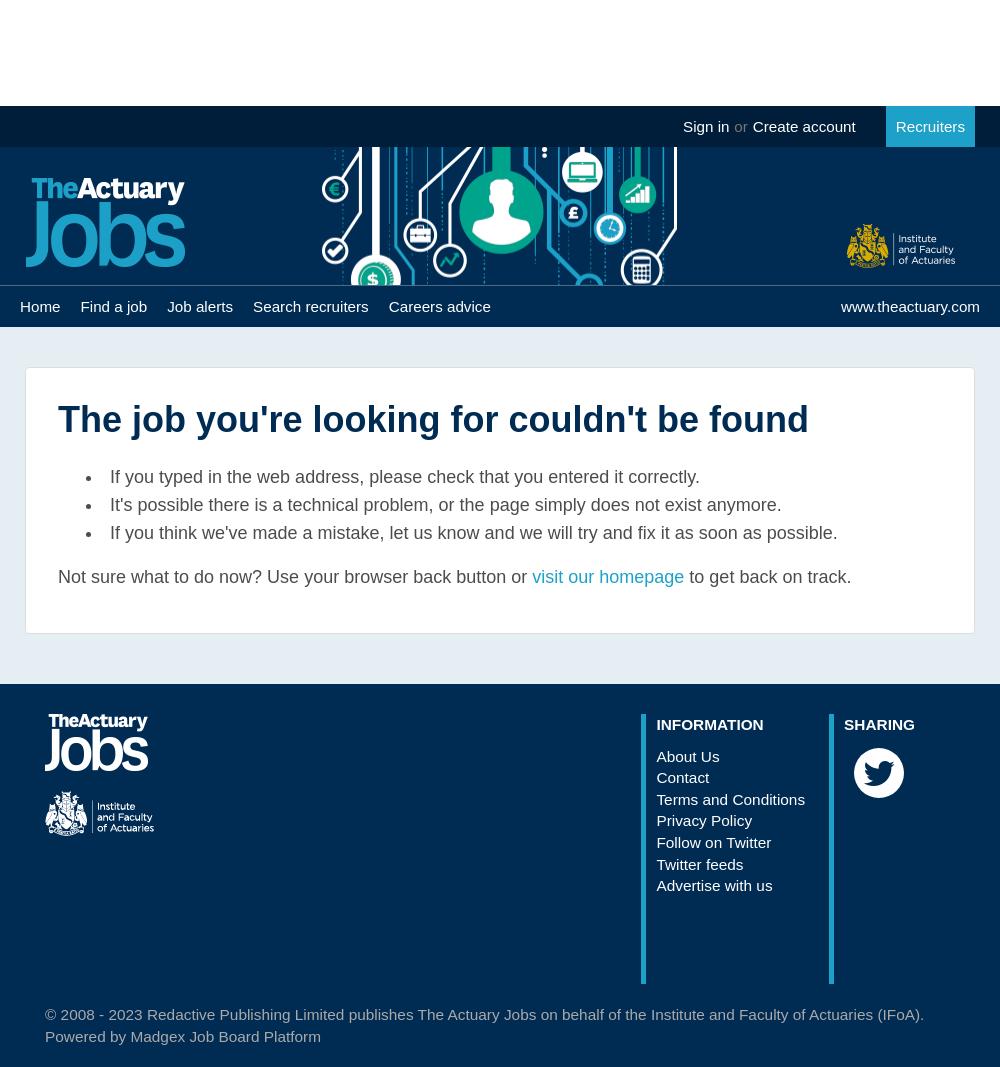 The height and width of the screenshot is (1067, 1000). What do you see at coordinates (483, 1024) in the screenshot?
I see `'© 2008 - 2023 Redactive Publishing Limited publishes The Actuary Jobs on
        behalf of the Institute and Faculty of Actuaries (IFoA). Powered by
        Madgex Job Board Platform'` at bounding box center [483, 1024].